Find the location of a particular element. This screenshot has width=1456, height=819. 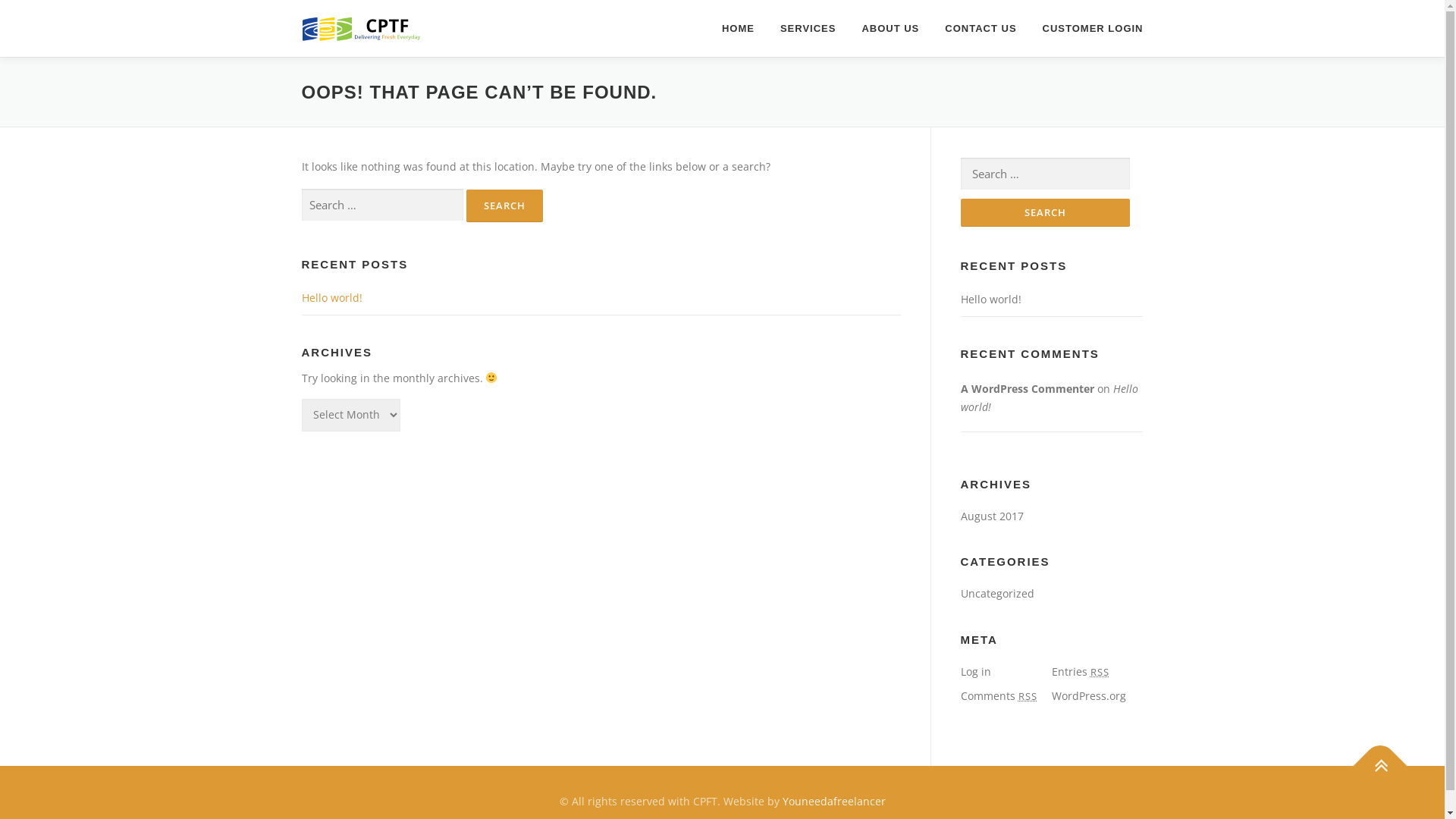

'Comments RSS' is located at coordinates (998, 695).